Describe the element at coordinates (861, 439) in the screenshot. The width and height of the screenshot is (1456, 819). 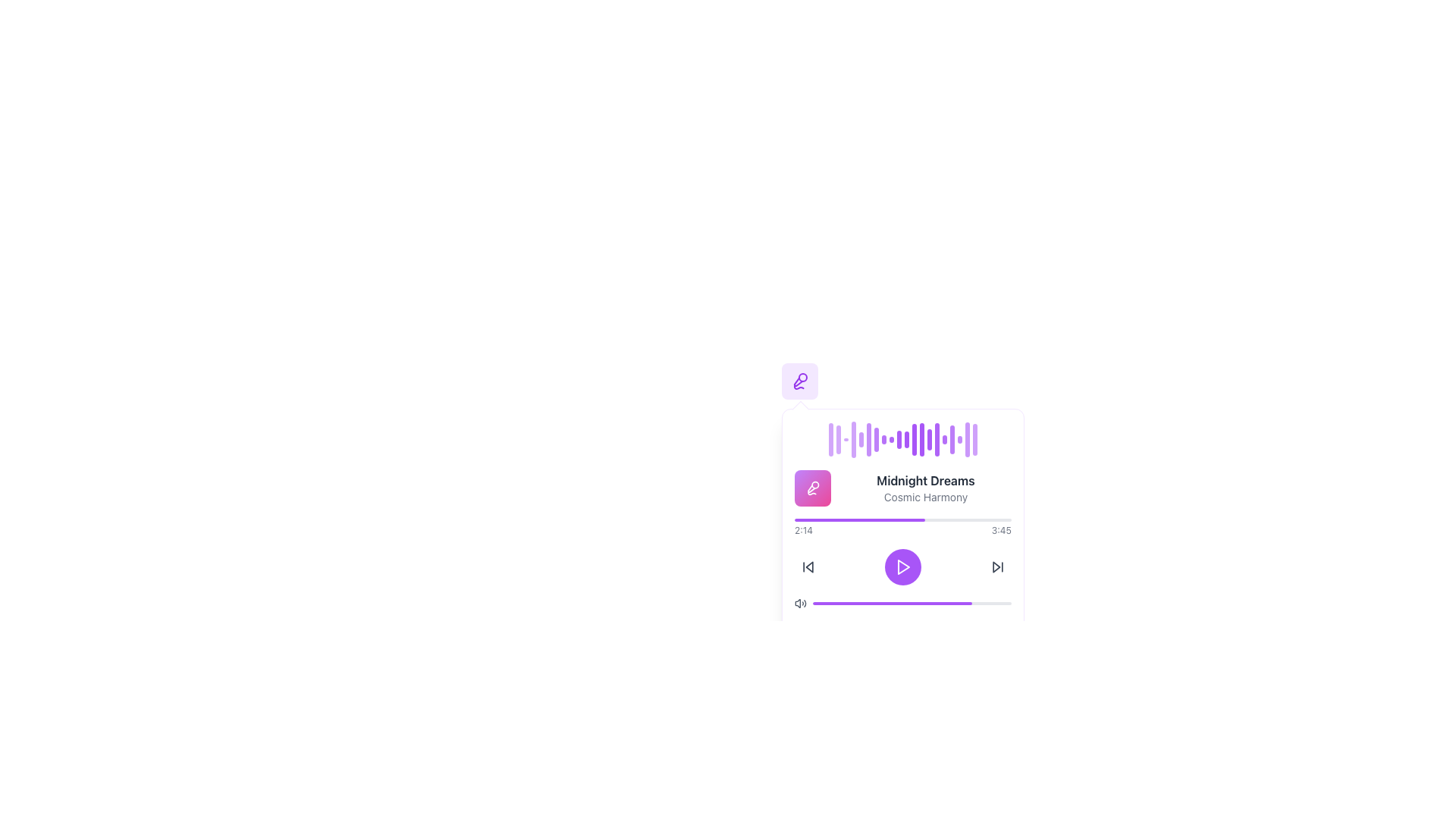
I see `the animation of the fifth vertical equalizer bar with a purple gradient fill in the music player interface` at that location.